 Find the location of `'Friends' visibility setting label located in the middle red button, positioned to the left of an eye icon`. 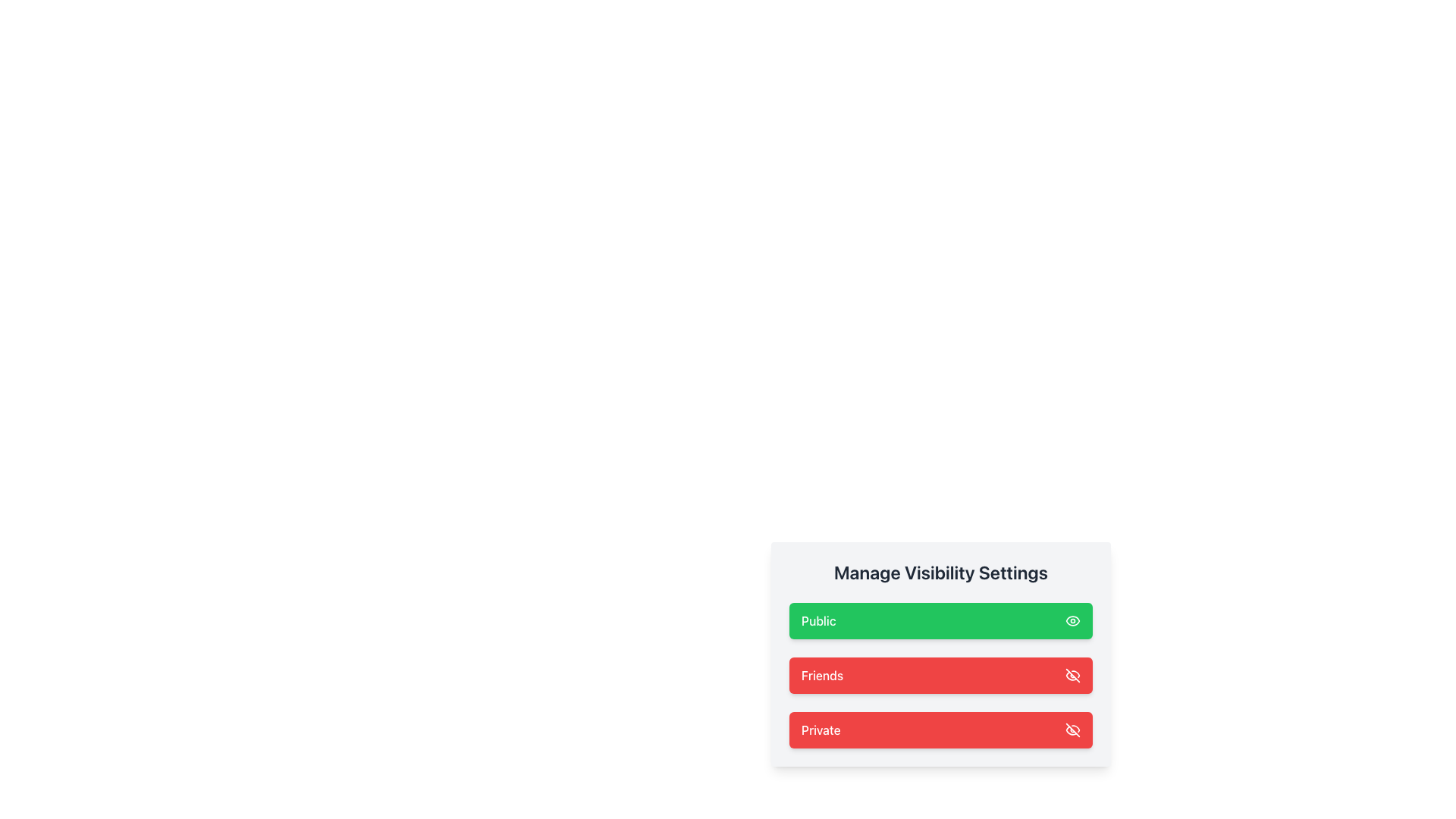

'Friends' visibility setting label located in the middle red button, positioned to the left of an eye icon is located at coordinates (821, 675).